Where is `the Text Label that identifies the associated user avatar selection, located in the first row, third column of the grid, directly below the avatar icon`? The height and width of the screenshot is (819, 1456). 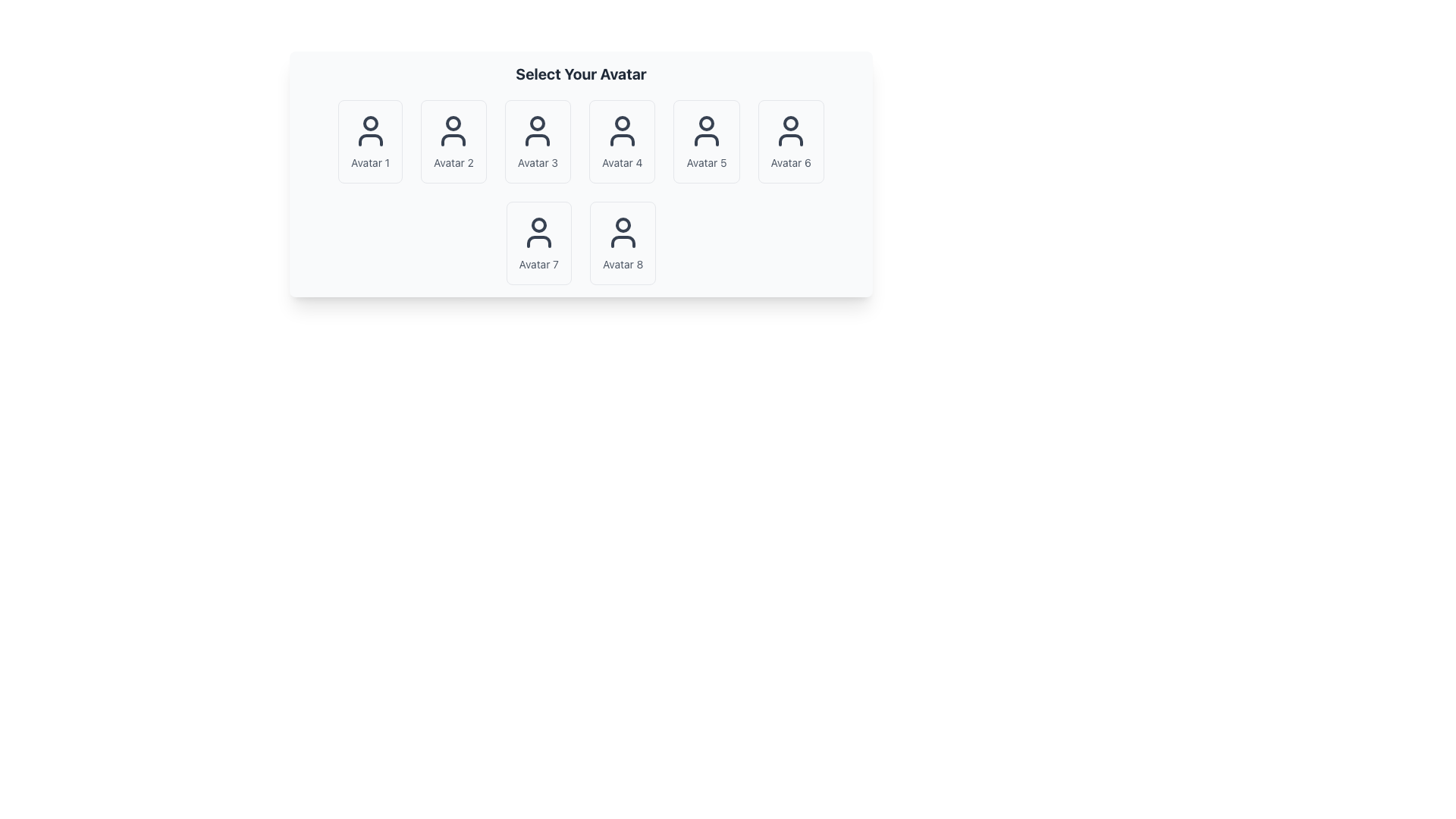
the Text Label that identifies the associated user avatar selection, located in the first row, third column of the grid, directly below the avatar icon is located at coordinates (538, 163).